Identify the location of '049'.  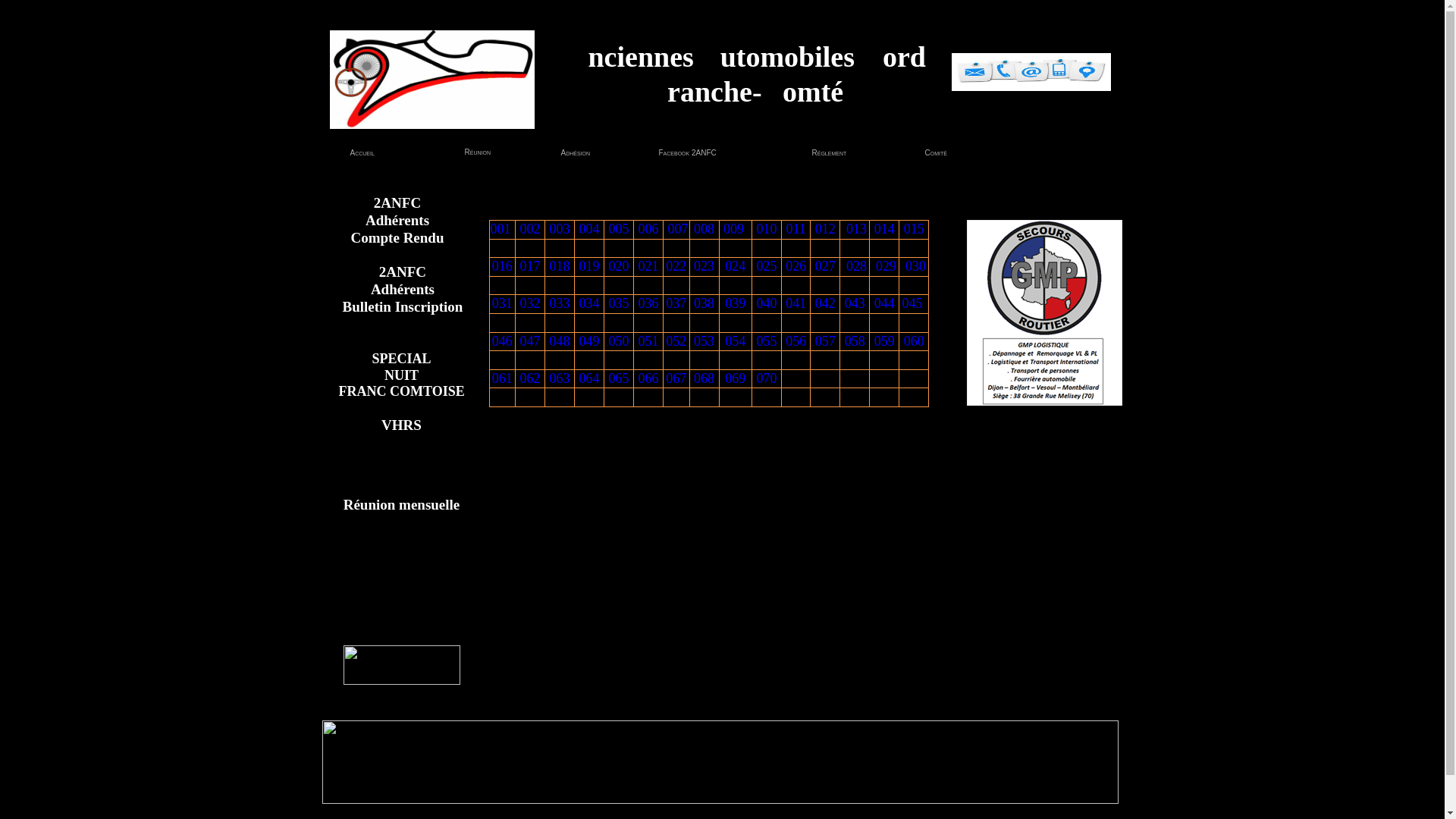
(588, 341).